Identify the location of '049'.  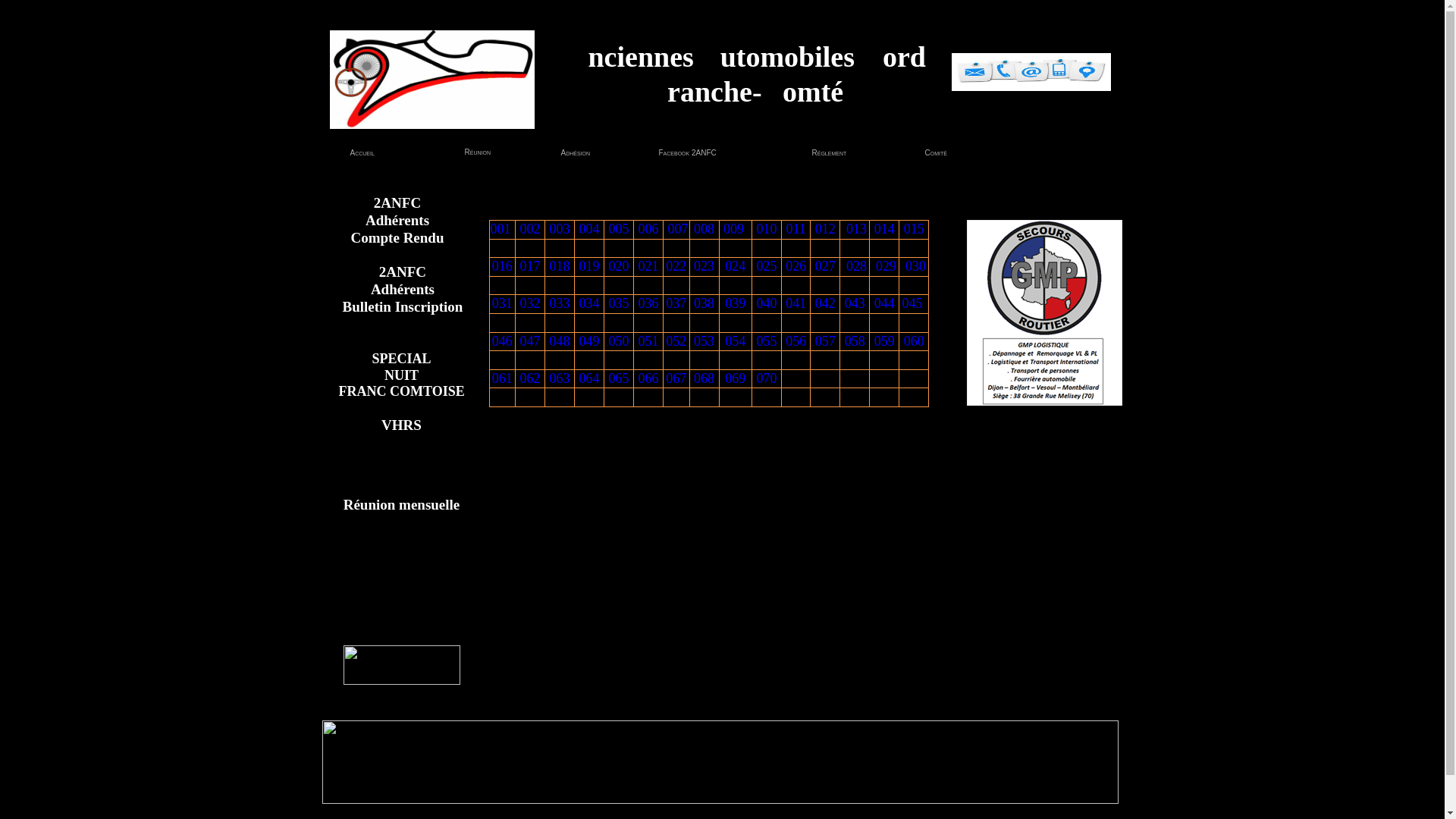
(588, 341).